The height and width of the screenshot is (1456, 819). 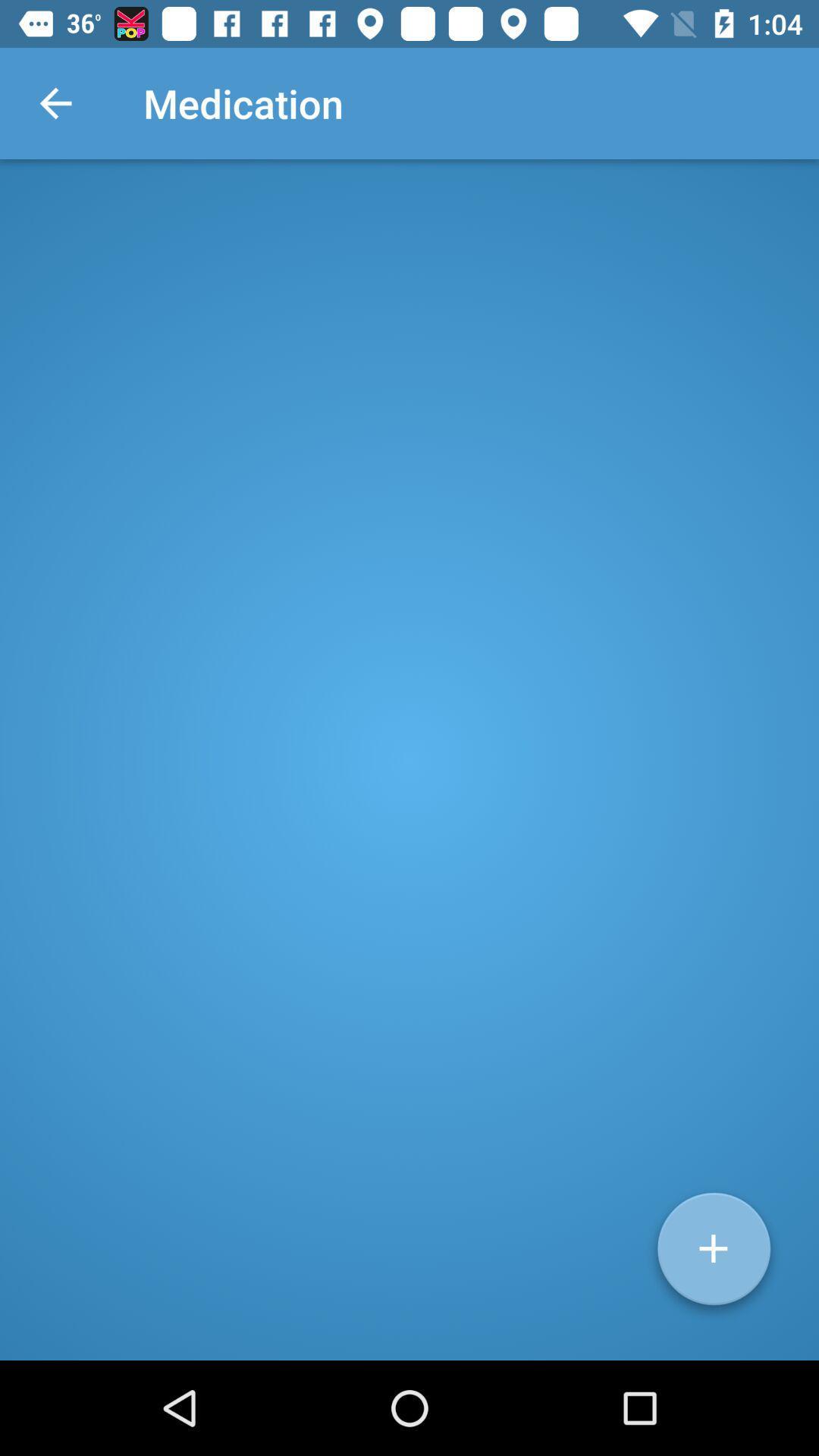 I want to click on icon next to medication icon, so click(x=55, y=102).